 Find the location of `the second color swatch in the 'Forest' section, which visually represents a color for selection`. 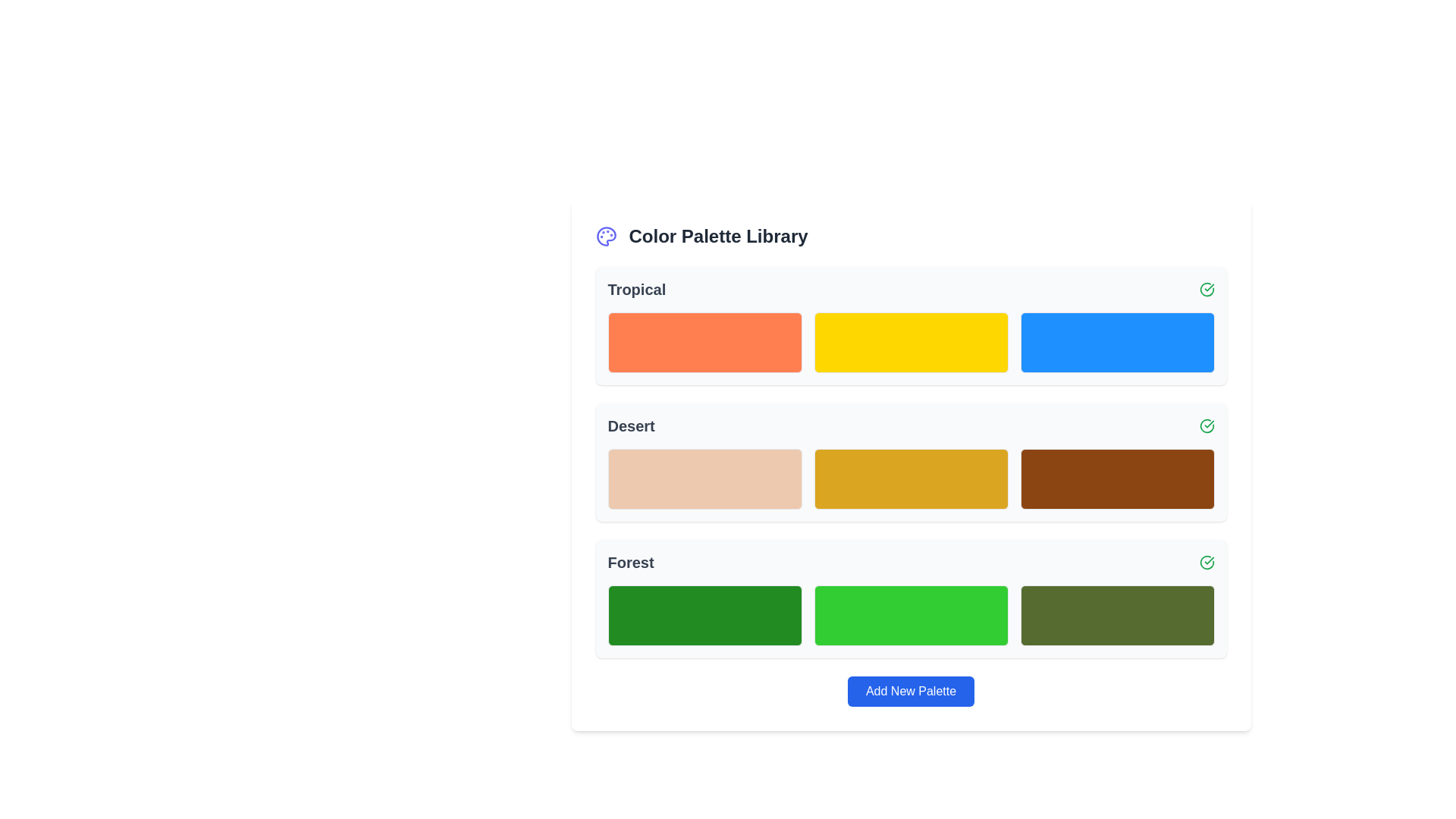

the second color swatch in the 'Forest' section, which visually represents a color for selection is located at coordinates (910, 616).